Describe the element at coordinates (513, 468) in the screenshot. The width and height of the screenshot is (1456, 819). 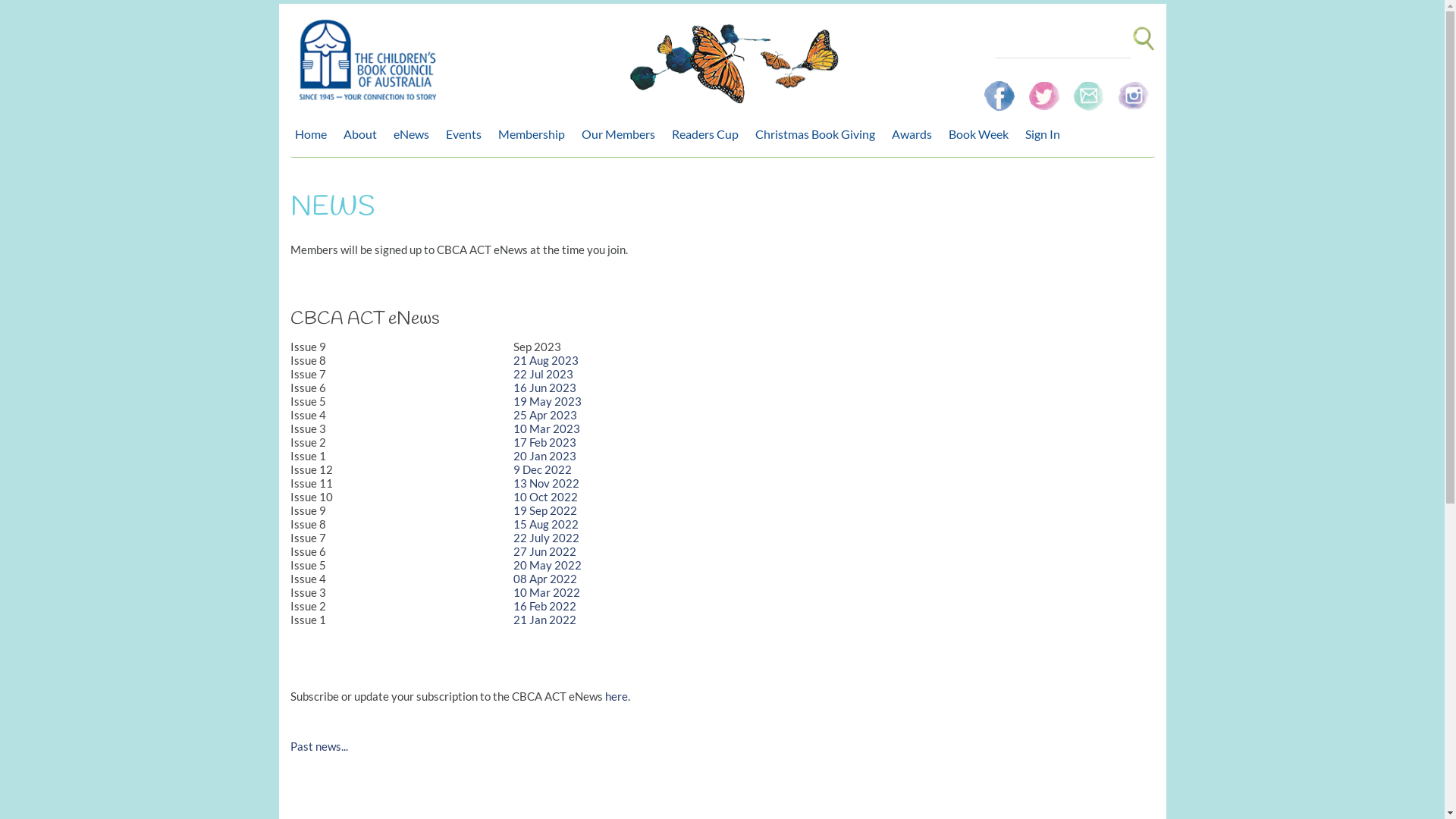
I see `'9 Dec 2022'` at that location.